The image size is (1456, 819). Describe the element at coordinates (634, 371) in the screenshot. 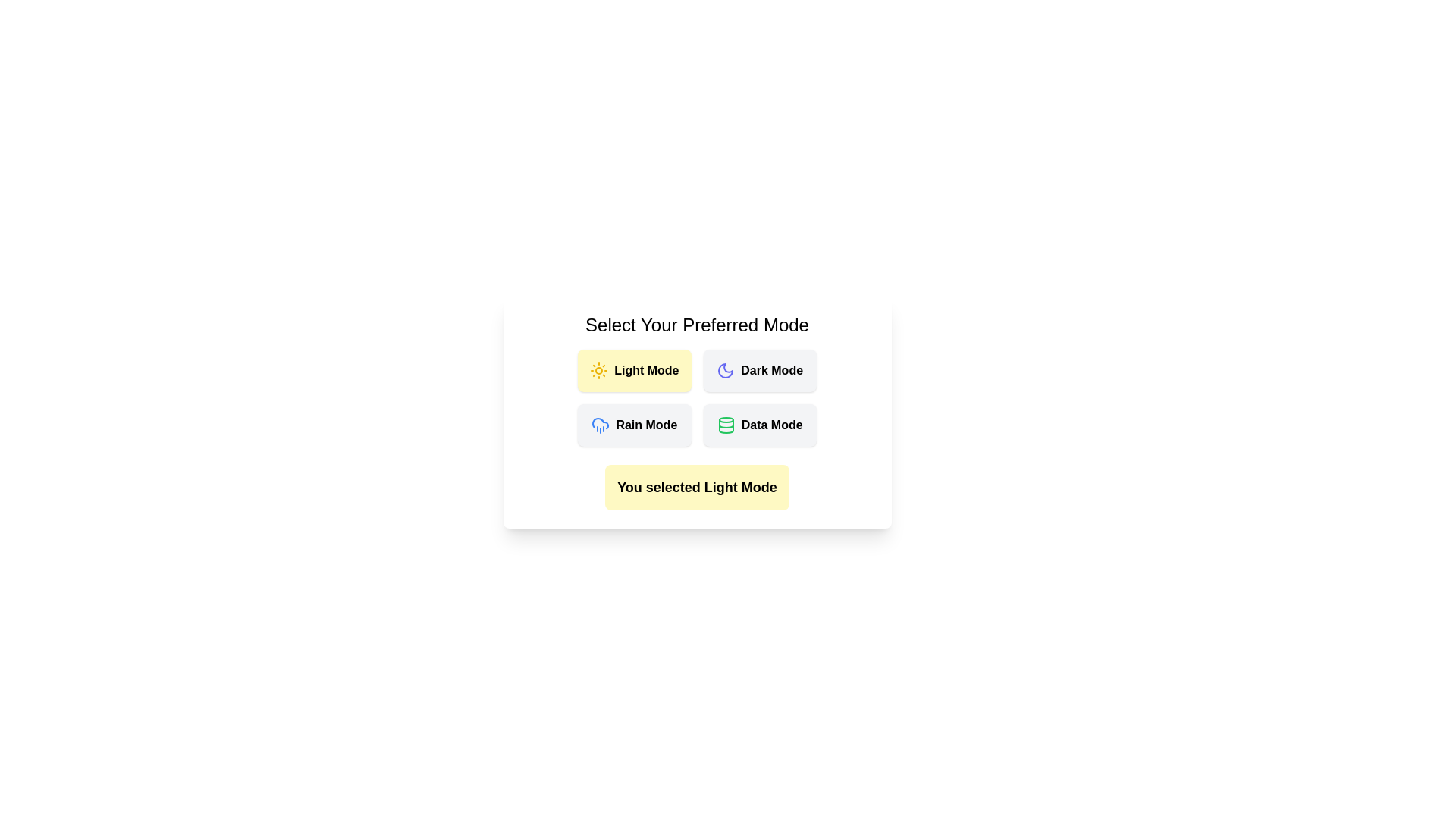

I see `the rectangular button with rounded corners that has a light-yellow background and the text 'Light Mode' next to a sun icon` at that location.